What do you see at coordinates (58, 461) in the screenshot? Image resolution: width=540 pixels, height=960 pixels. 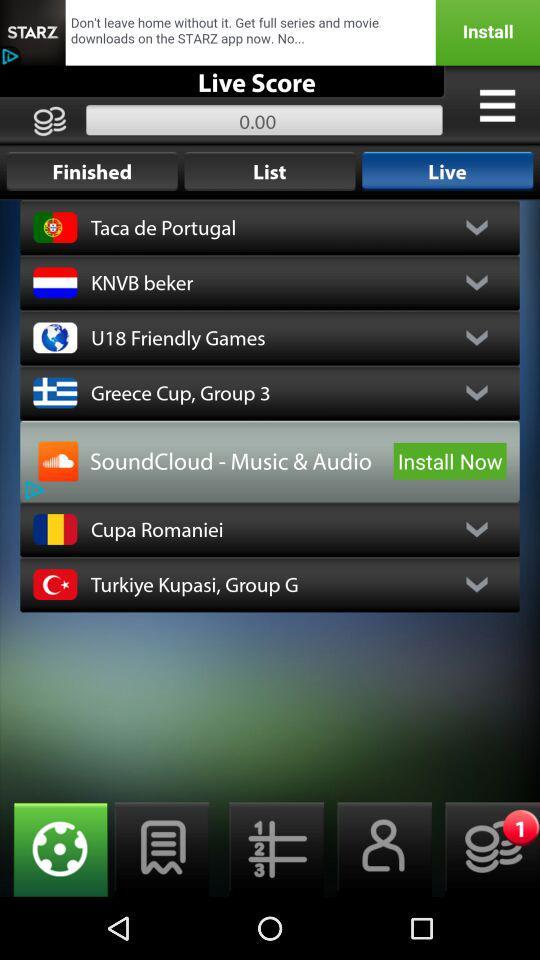 I see `profile image` at bounding box center [58, 461].